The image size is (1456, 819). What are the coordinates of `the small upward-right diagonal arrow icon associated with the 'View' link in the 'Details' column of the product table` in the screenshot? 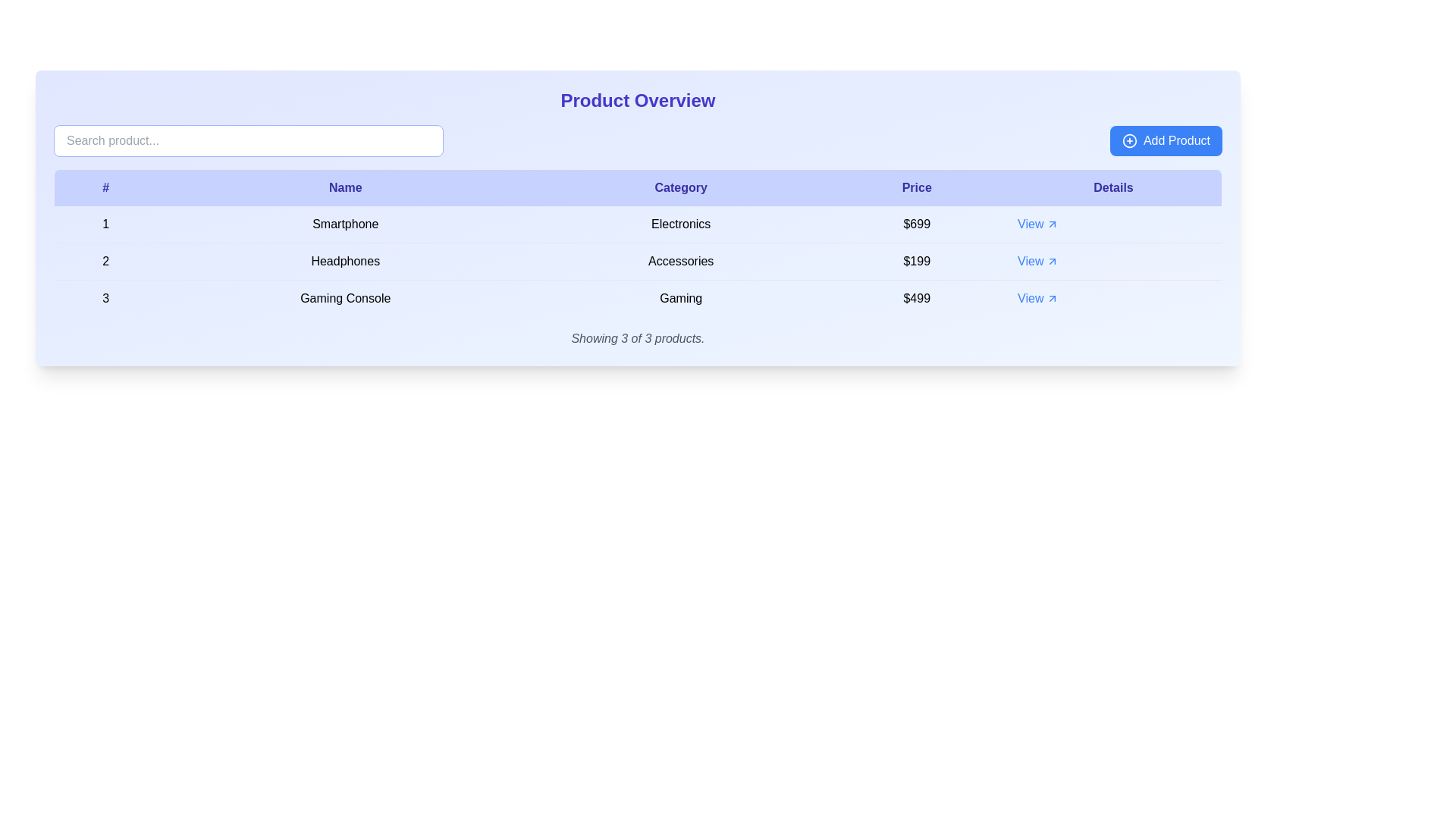 It's located at (1052, 298).